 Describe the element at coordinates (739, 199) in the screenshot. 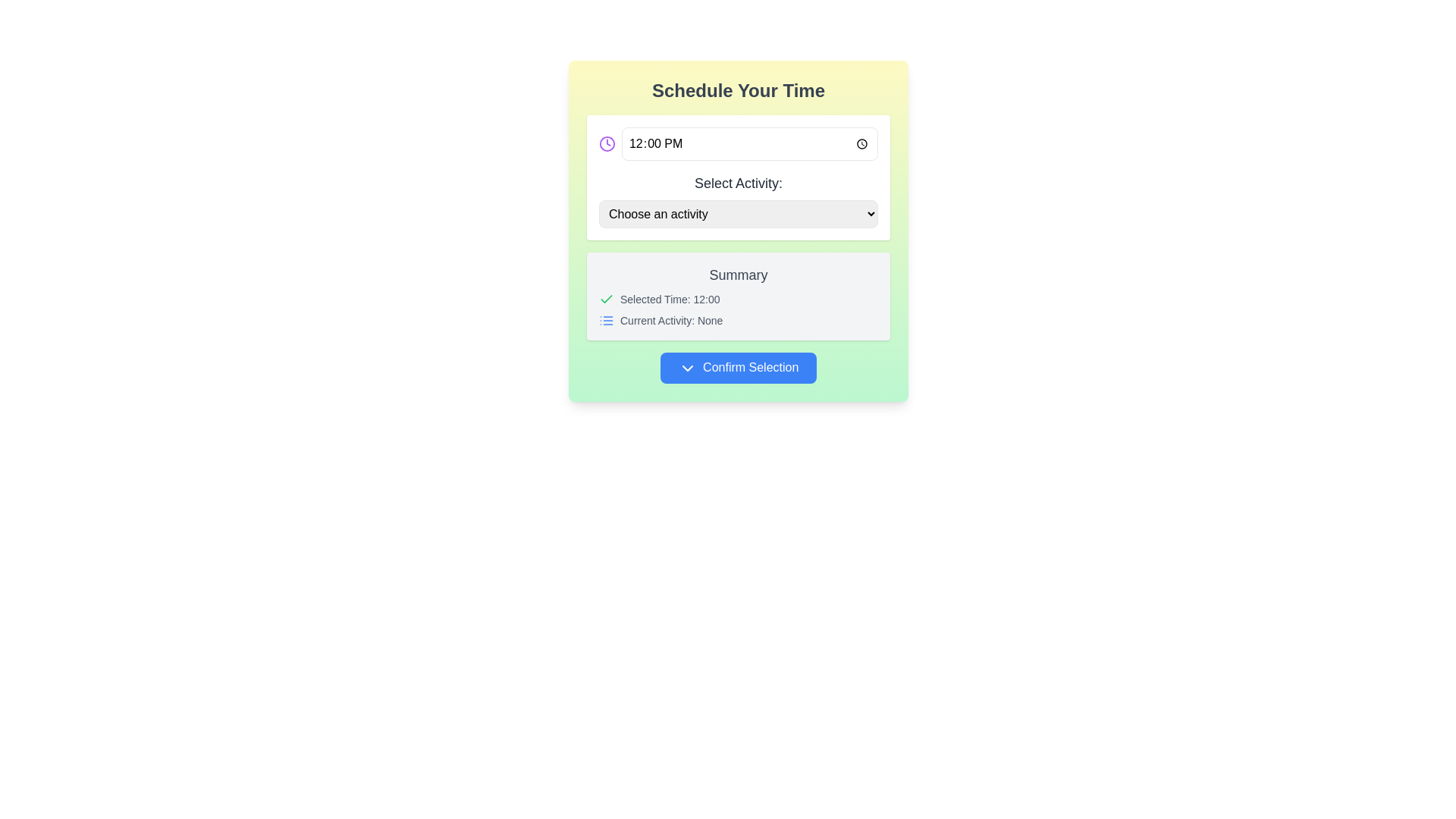

I see `an option from the dropdown menu labeled 'Select Activity:' which is displayed with bold text and is located near the center of the interface, below the time selection component` at that location.